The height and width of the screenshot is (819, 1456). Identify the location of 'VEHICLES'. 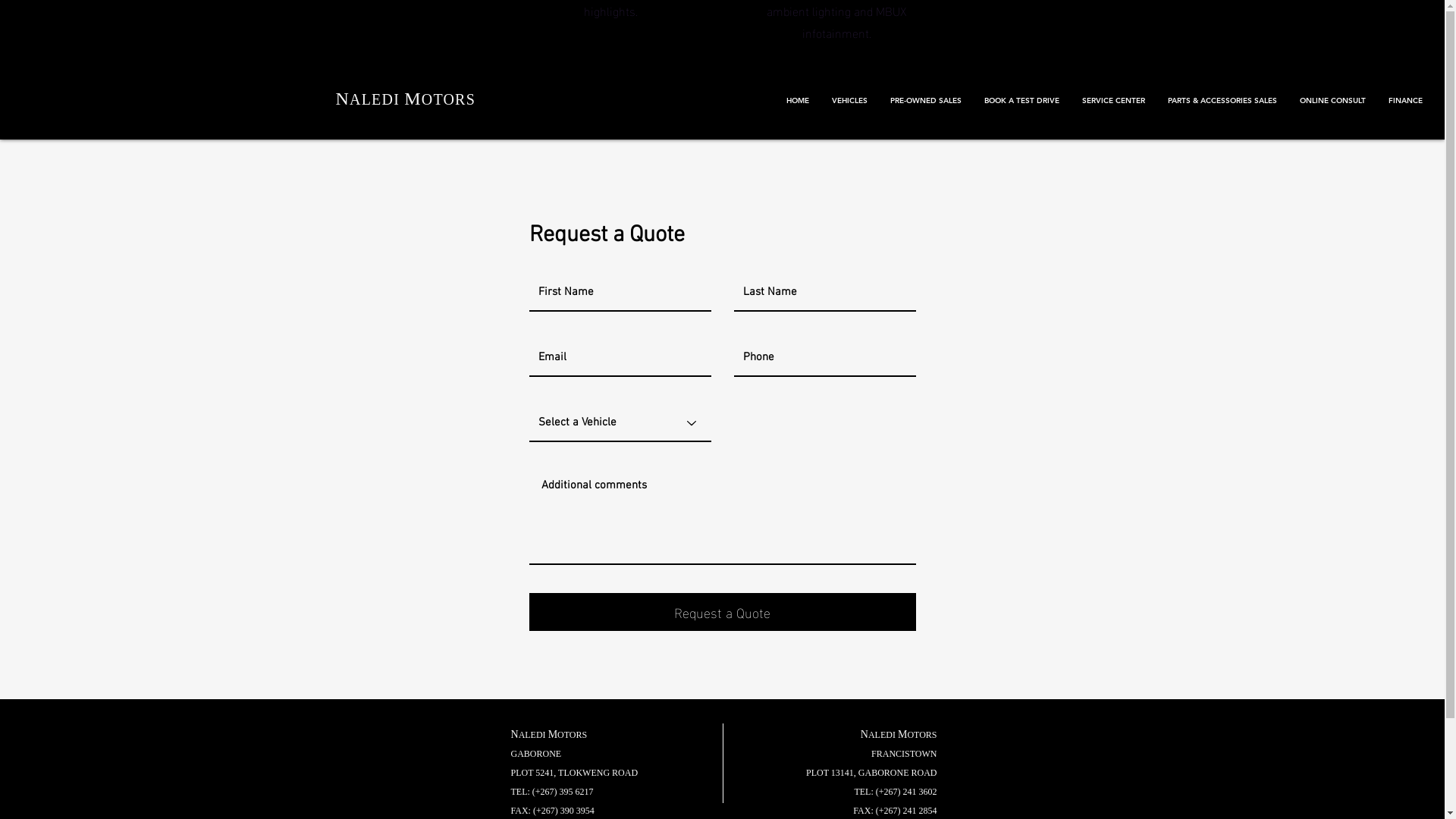
(849, 100).